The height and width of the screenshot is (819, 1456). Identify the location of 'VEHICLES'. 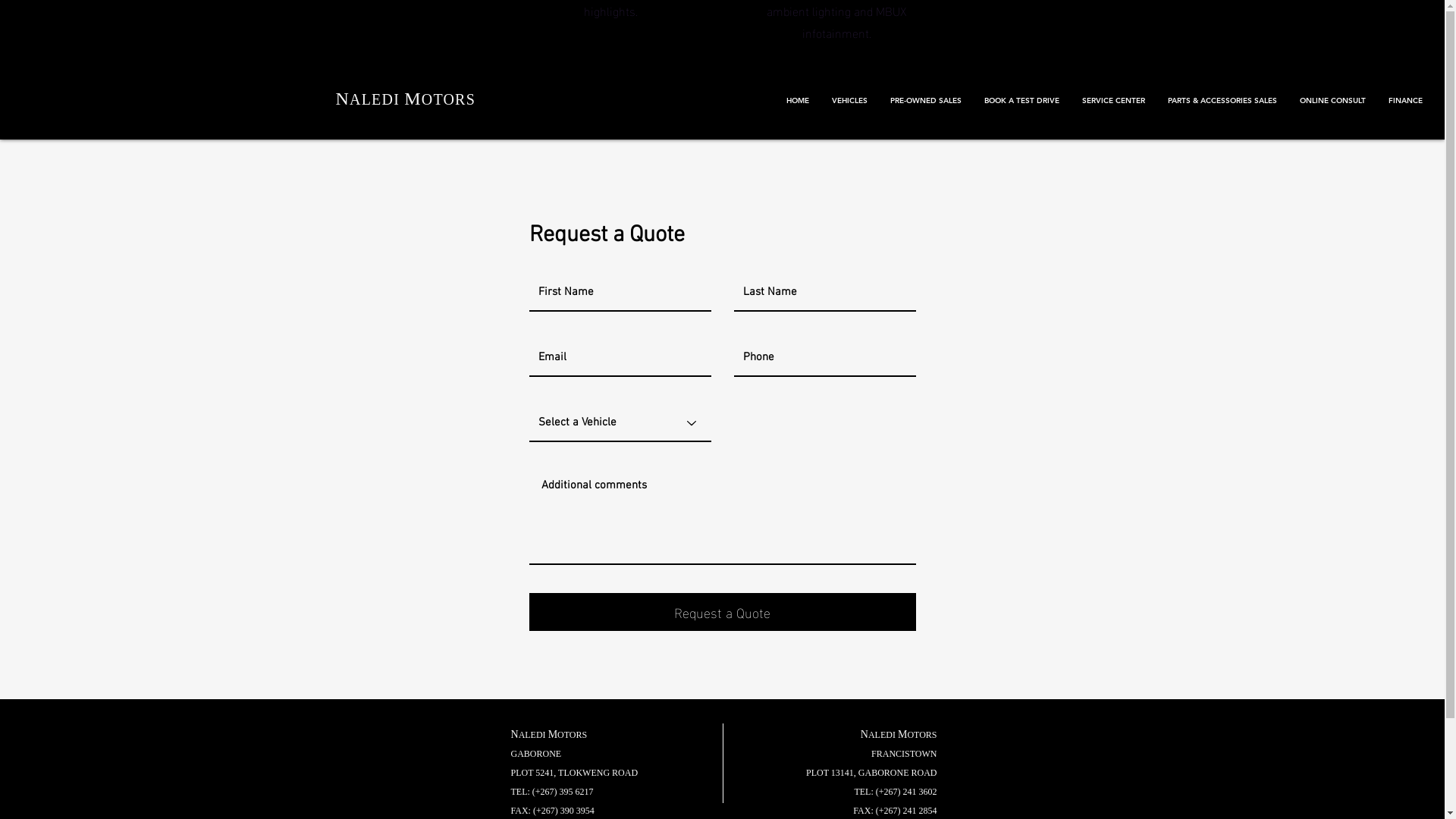
(849, 100).